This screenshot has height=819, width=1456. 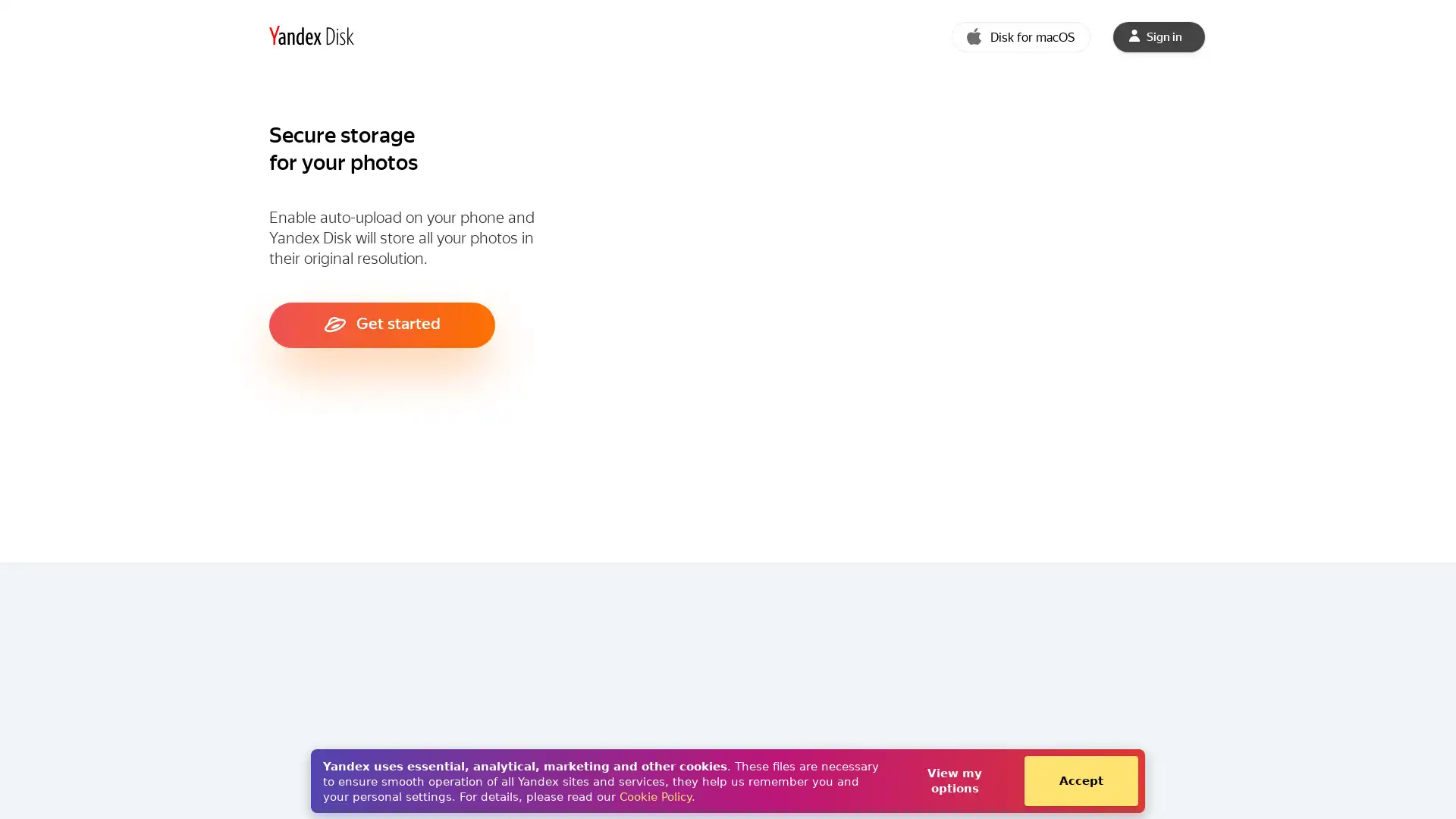 I want to click on Accept, so click(x=1080, y=780).